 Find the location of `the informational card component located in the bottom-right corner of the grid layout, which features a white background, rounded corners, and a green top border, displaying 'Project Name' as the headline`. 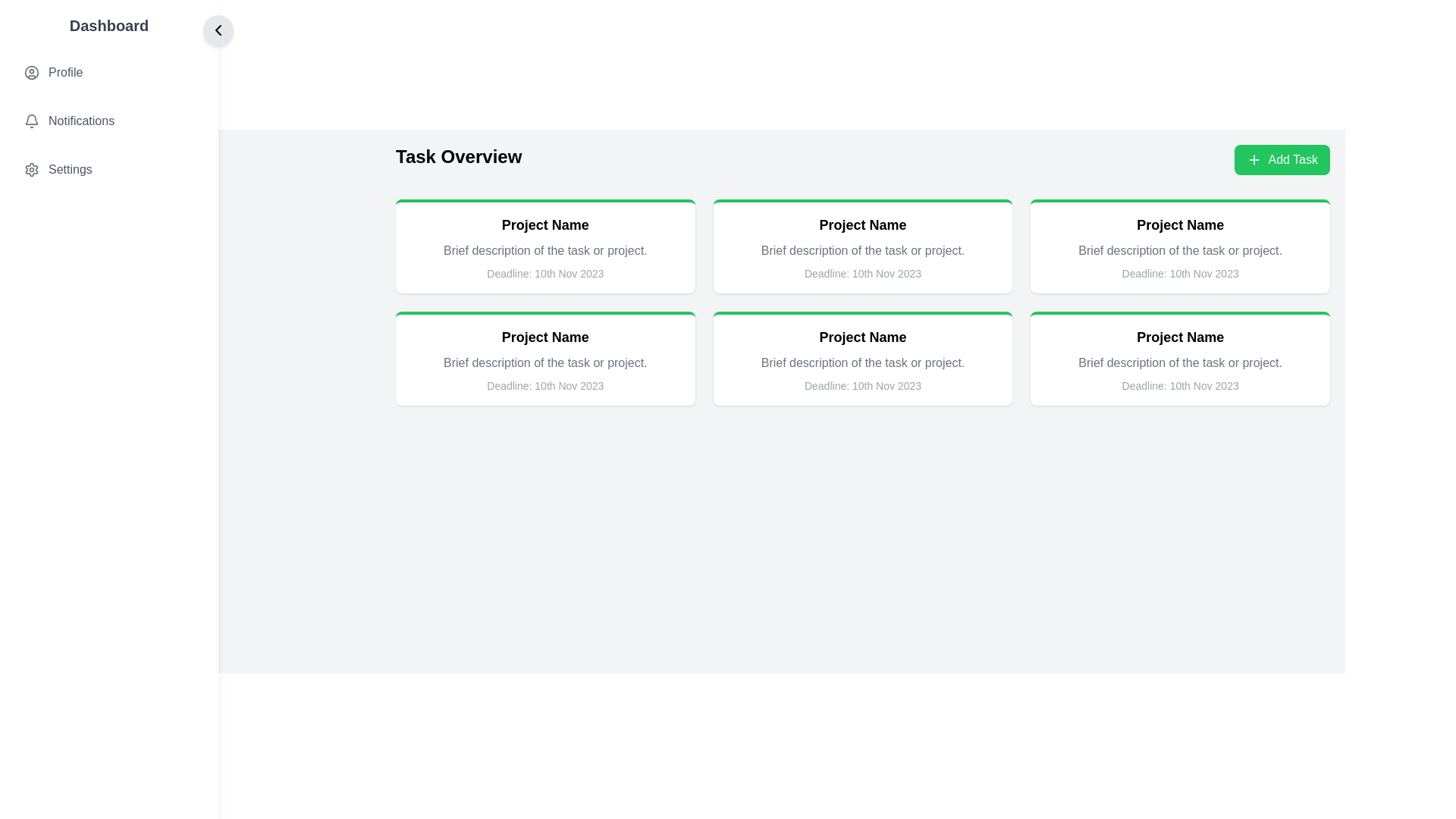

the informational card component located in the bottom-right corner of the grid layout, which features a white background, rounded corners, and a green top border, displaying 'Project Name' as the headline is located at coordinates (1179, 359).